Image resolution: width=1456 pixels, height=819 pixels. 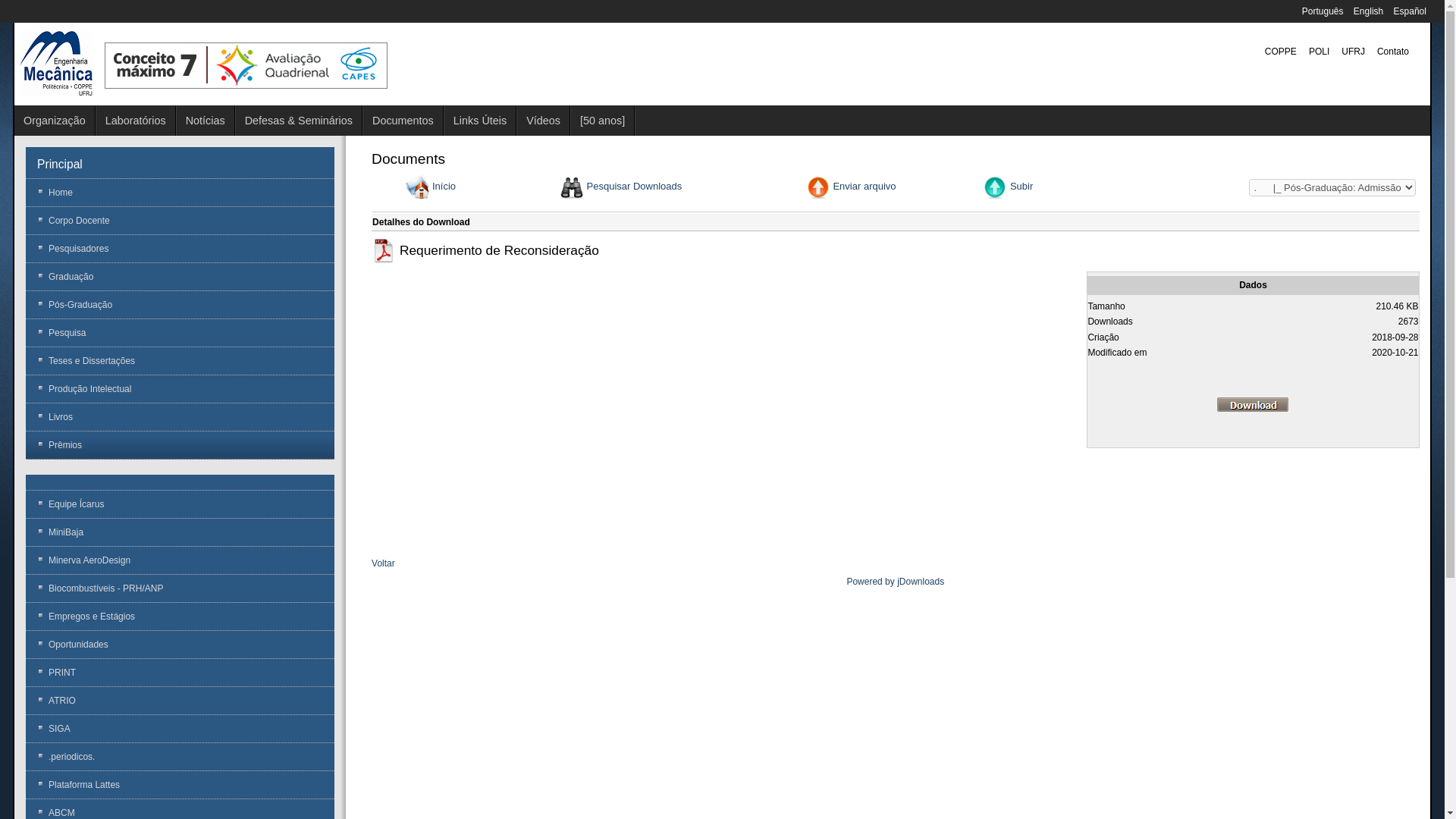 I want to click on '[50 anos]', so click(x=602, y=119).